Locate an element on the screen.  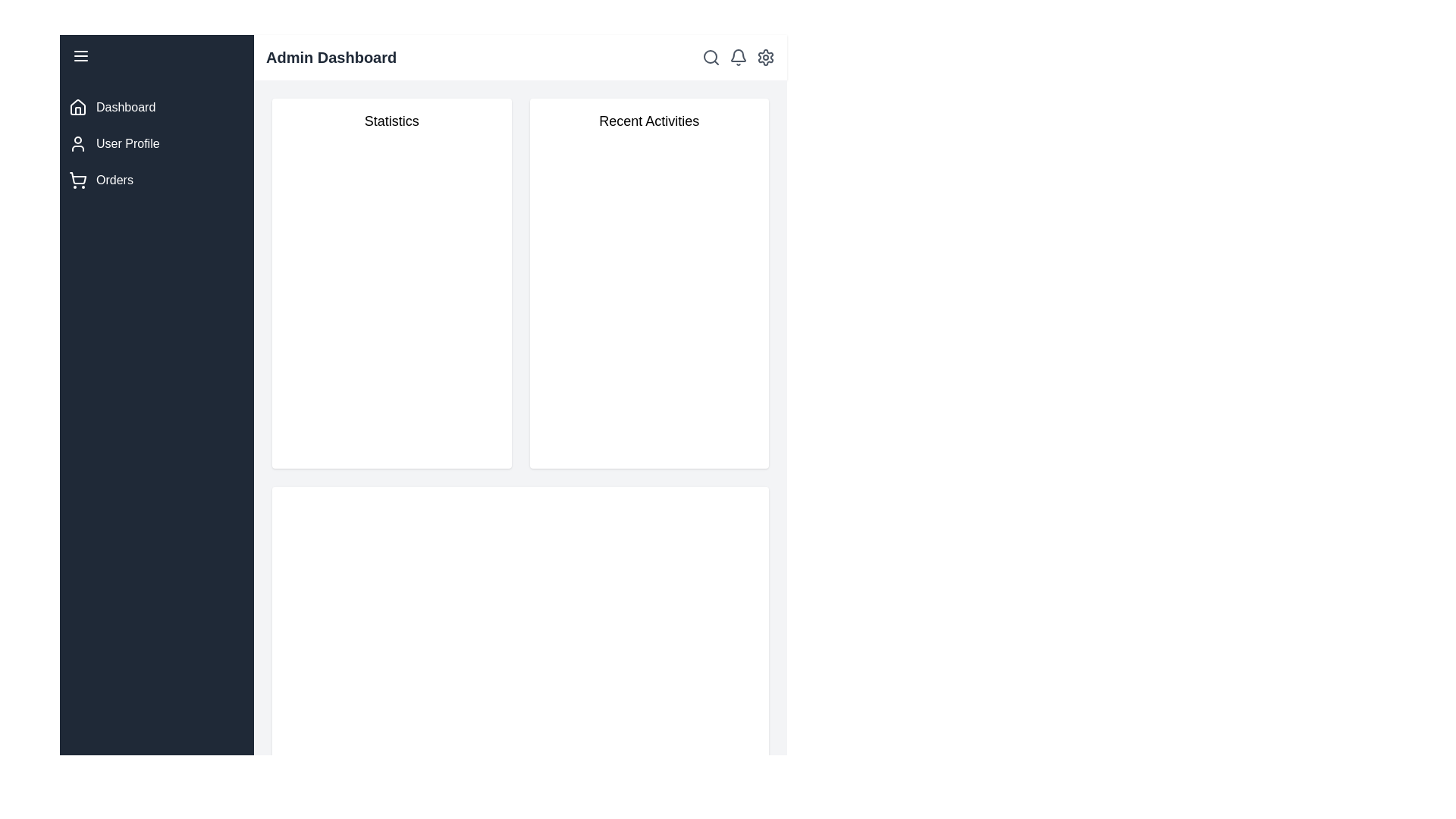
the lens of the magnifying glass icon located in the top-right corner of the interface to initiate search functionality is located at coordinates (709, 55).